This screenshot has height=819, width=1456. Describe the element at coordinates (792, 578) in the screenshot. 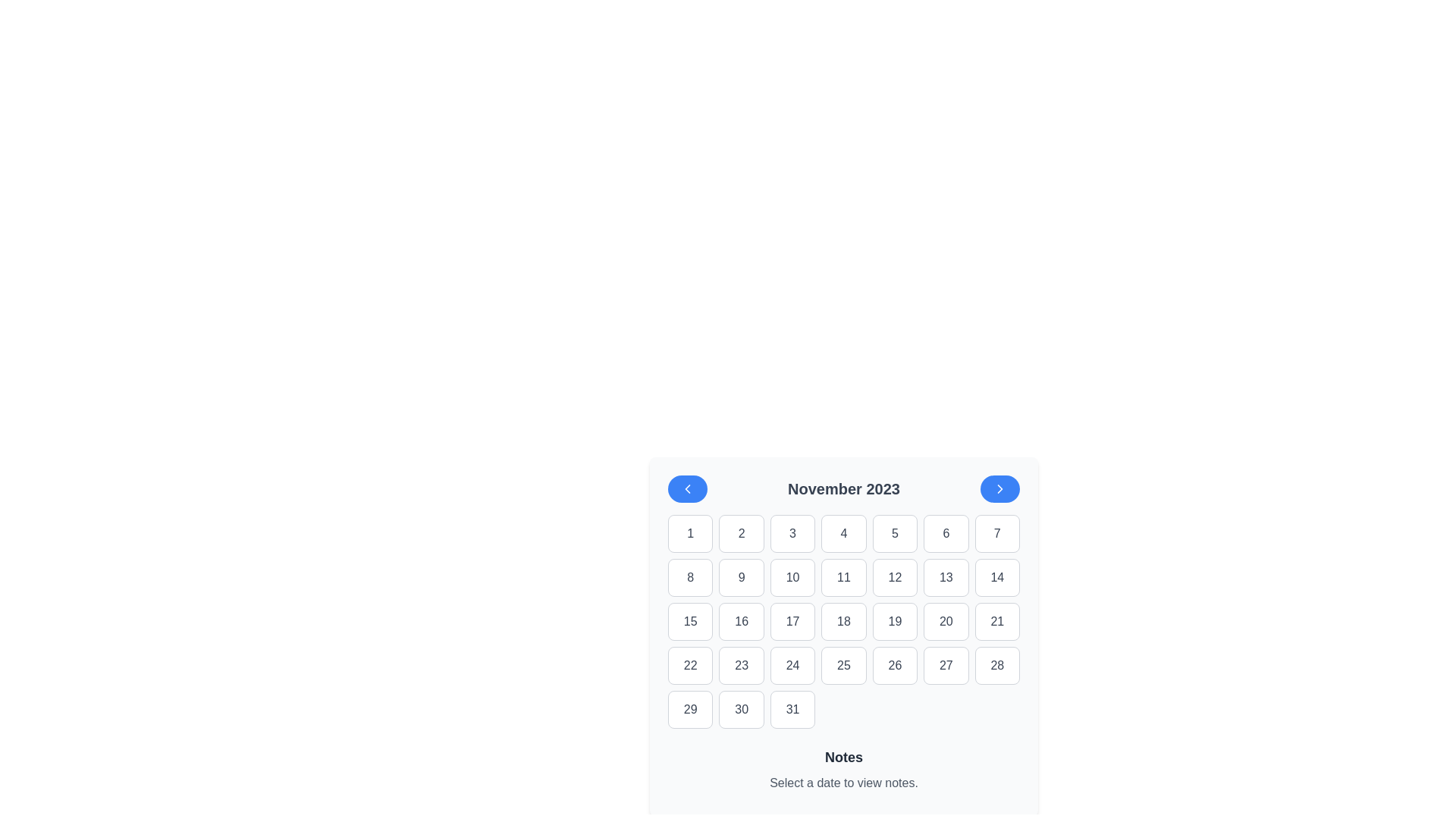

I see `the button displaying the number '10' located` at that location.